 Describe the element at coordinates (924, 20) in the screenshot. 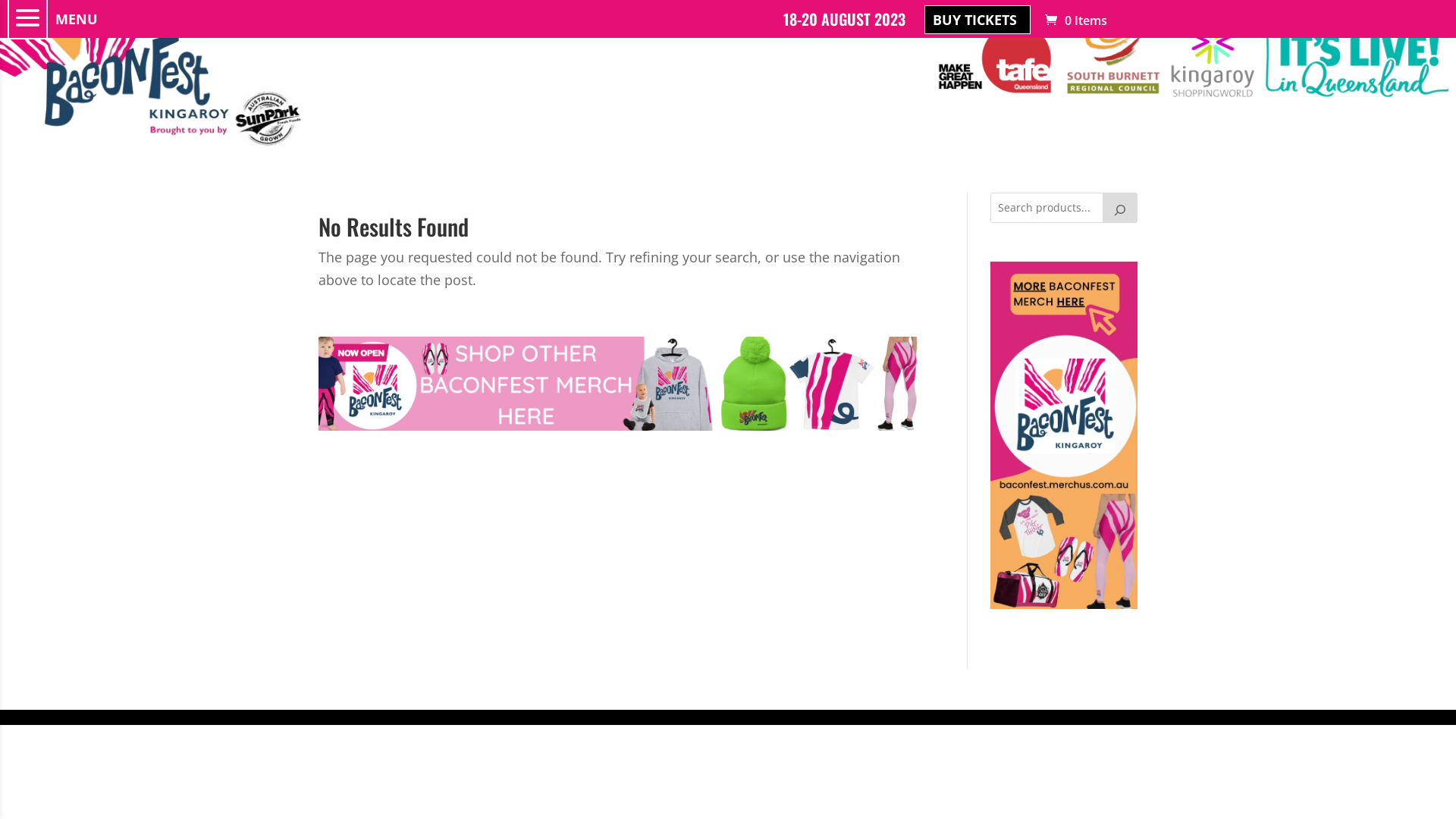

I see `'BUY TICKETS'` at that location.